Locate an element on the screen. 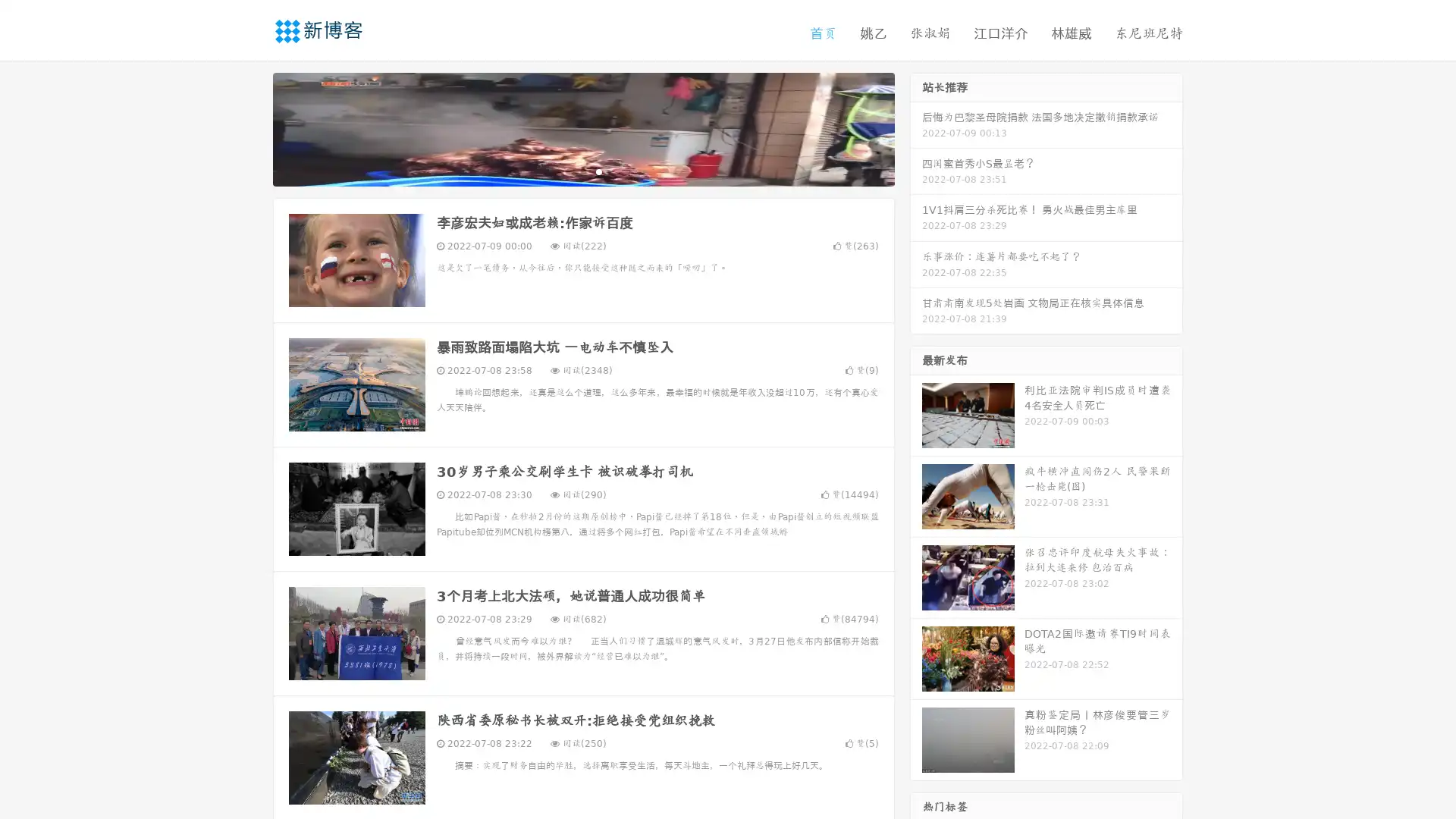 The image size is (1456, 819). Previous slide is located at coordinates (250, 127).